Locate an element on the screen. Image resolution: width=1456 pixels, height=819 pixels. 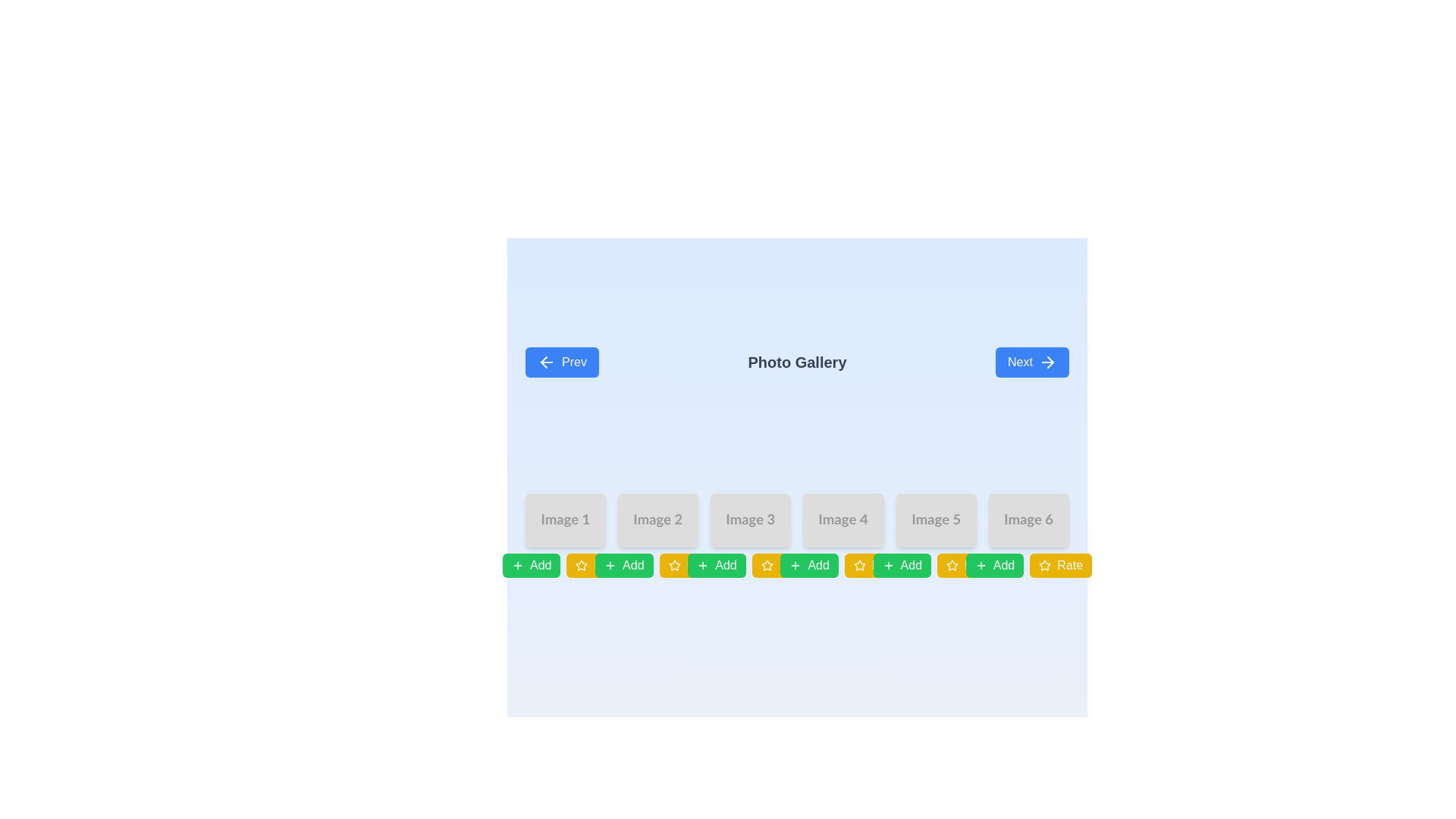
the fifth star icon located in the row of interactive buttons below the image gallery is located at coordinates (1043, 564).